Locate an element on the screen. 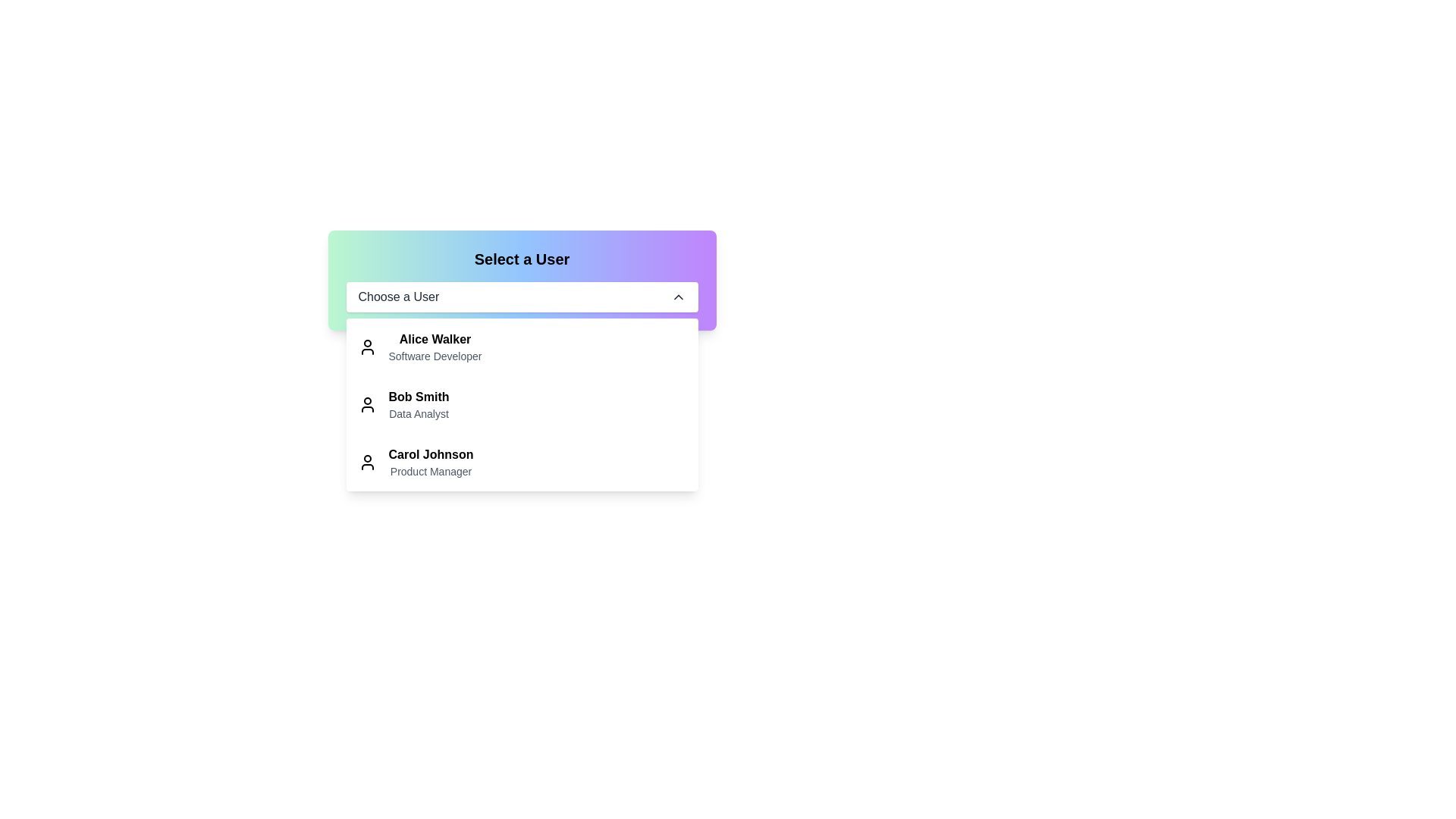 The width and height of the screenshot is (1456, 819). the dropdown list item 'Bob Smith' is located at coordinates (522, 403).